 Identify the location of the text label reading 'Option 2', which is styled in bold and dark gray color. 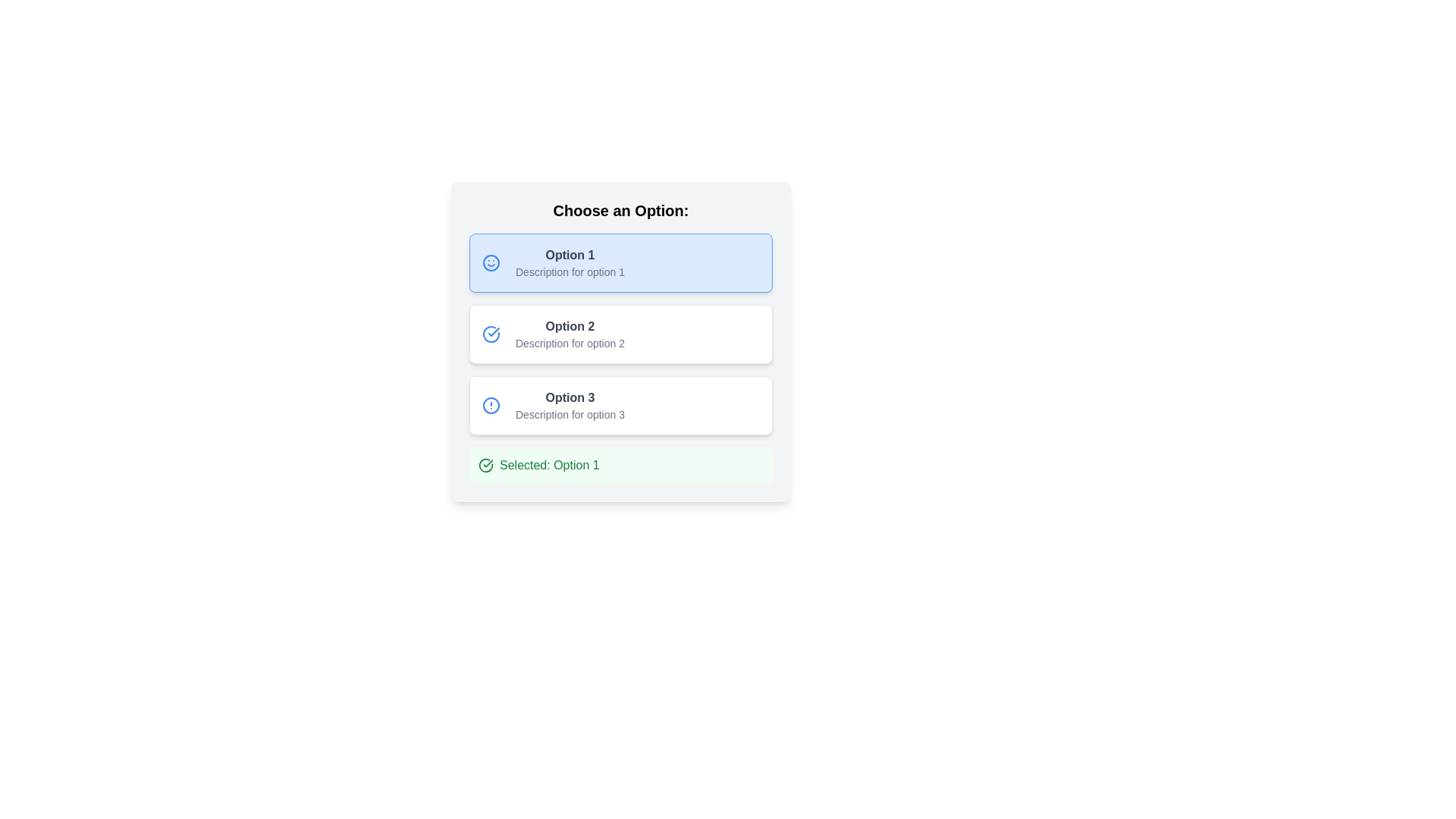
(570, 326).